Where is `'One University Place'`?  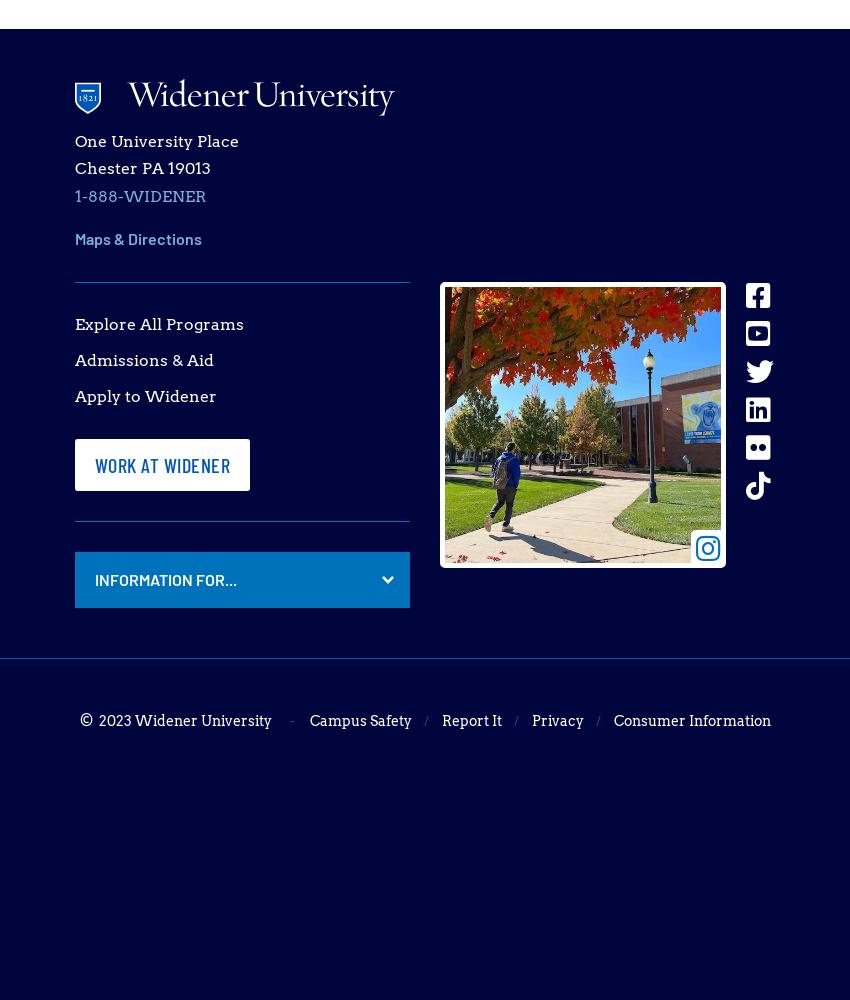
'One University Place' is located at coordinates (155, 141).